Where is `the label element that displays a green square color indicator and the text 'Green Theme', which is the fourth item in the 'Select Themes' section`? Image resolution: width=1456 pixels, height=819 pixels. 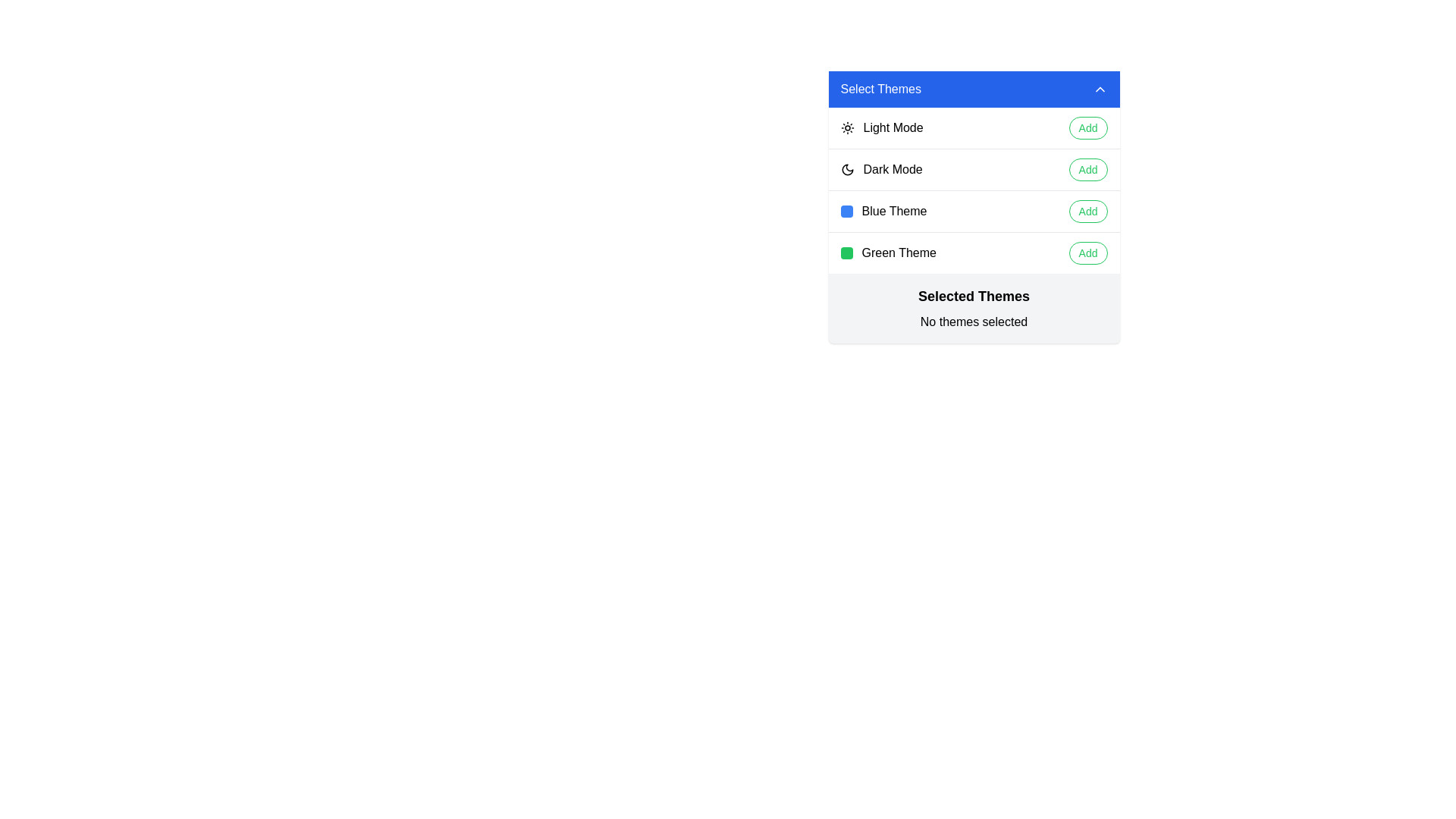 the label element that displays a green square color indicator and the text 'Green Theme', which is the fourth item in the 'Select Themes' section is located at coordinates (888, 253).